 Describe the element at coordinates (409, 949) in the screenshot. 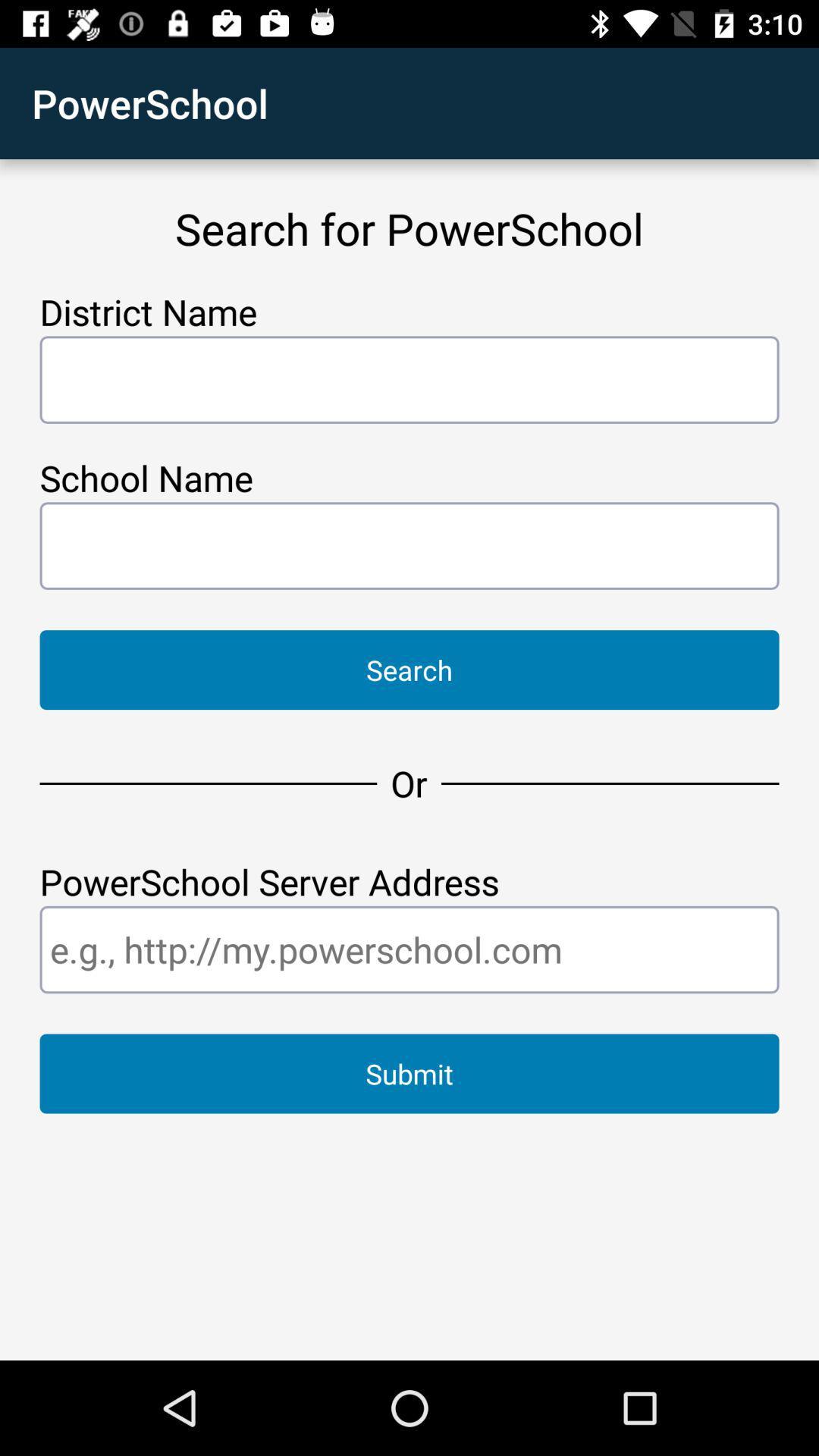

I see `share the article` at that location.